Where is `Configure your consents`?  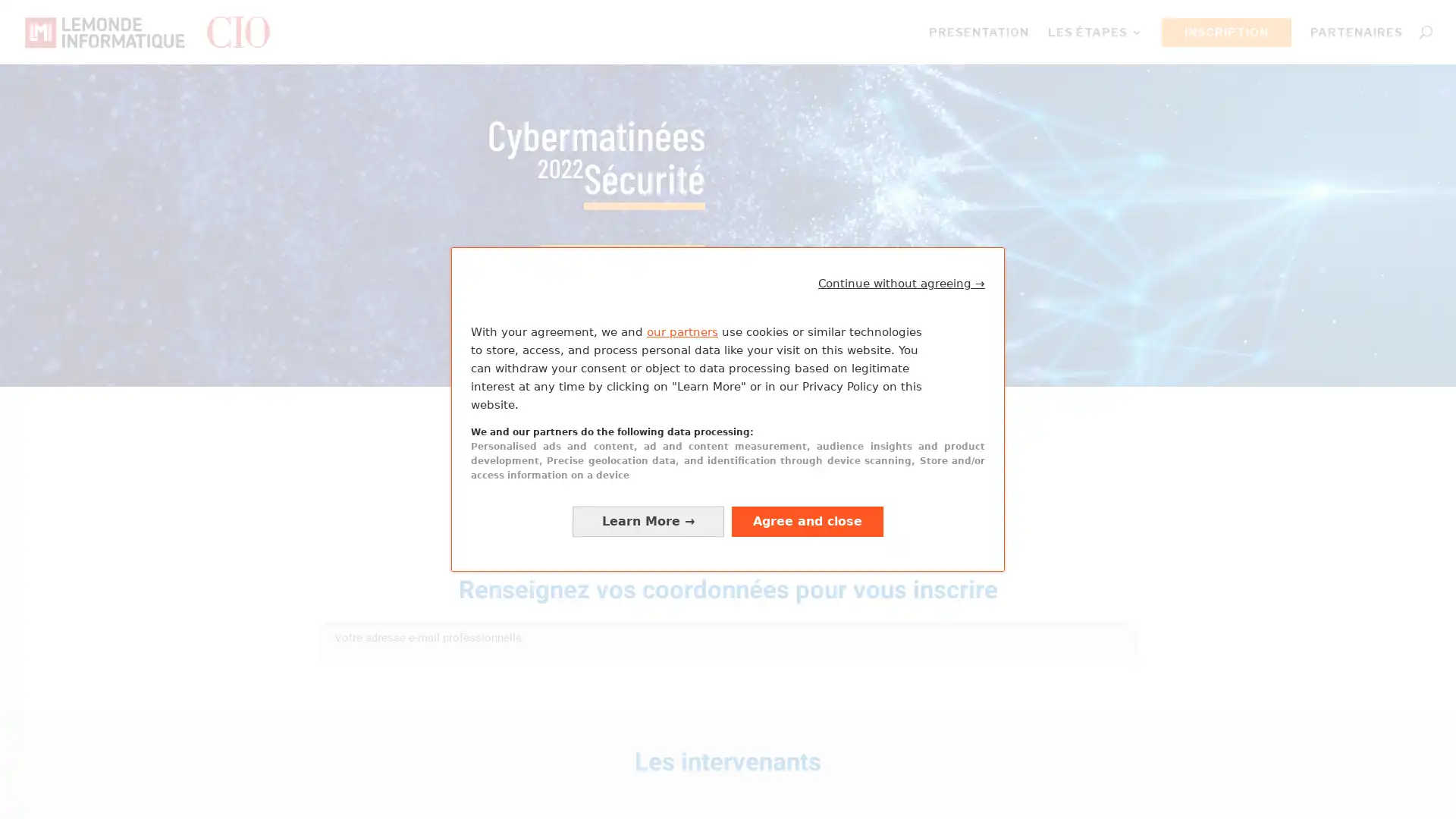 Configure your consents is located at coordinates (648, 520).